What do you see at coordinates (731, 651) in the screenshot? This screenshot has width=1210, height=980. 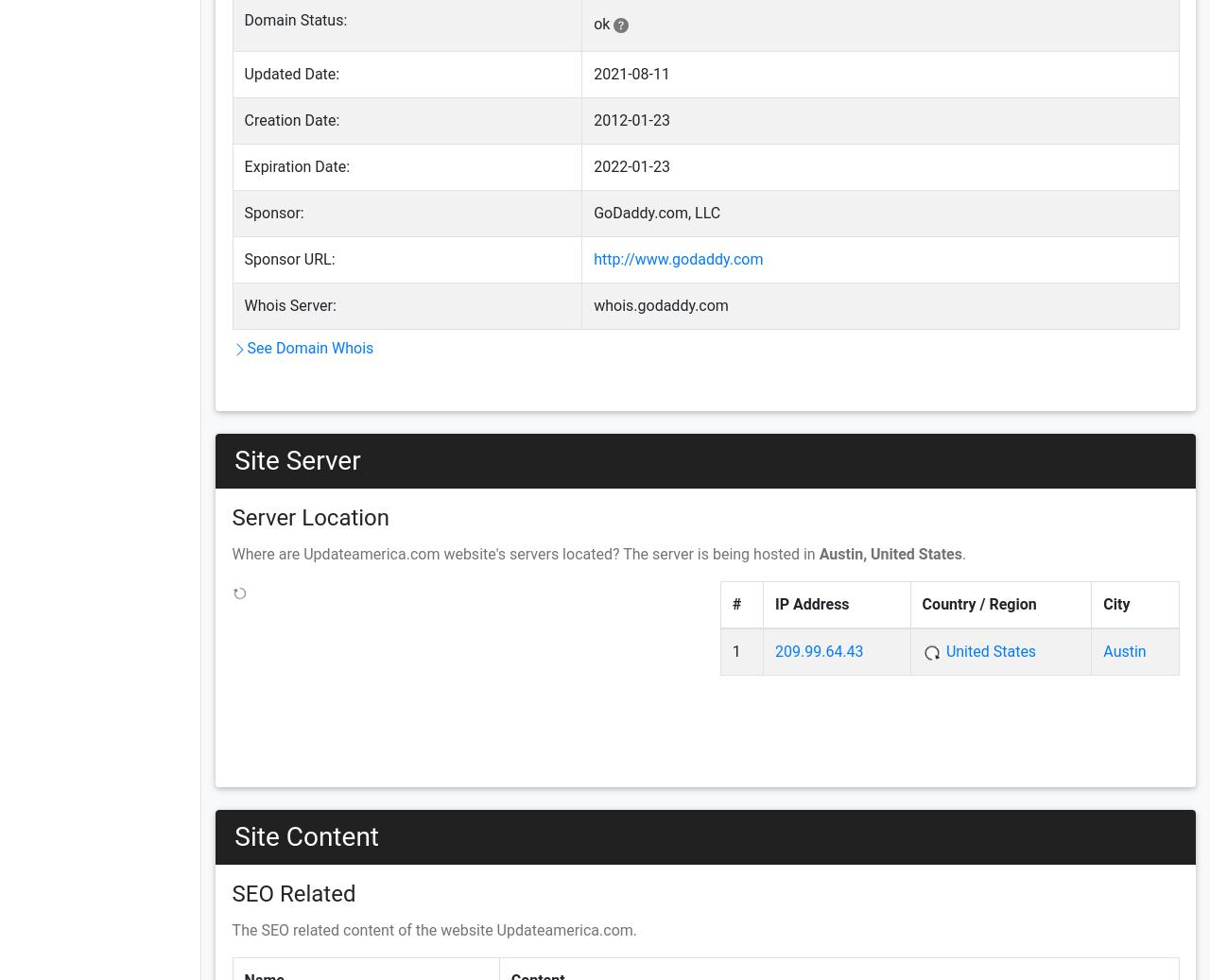 I see `'1'` at bounding box center [731, 651].